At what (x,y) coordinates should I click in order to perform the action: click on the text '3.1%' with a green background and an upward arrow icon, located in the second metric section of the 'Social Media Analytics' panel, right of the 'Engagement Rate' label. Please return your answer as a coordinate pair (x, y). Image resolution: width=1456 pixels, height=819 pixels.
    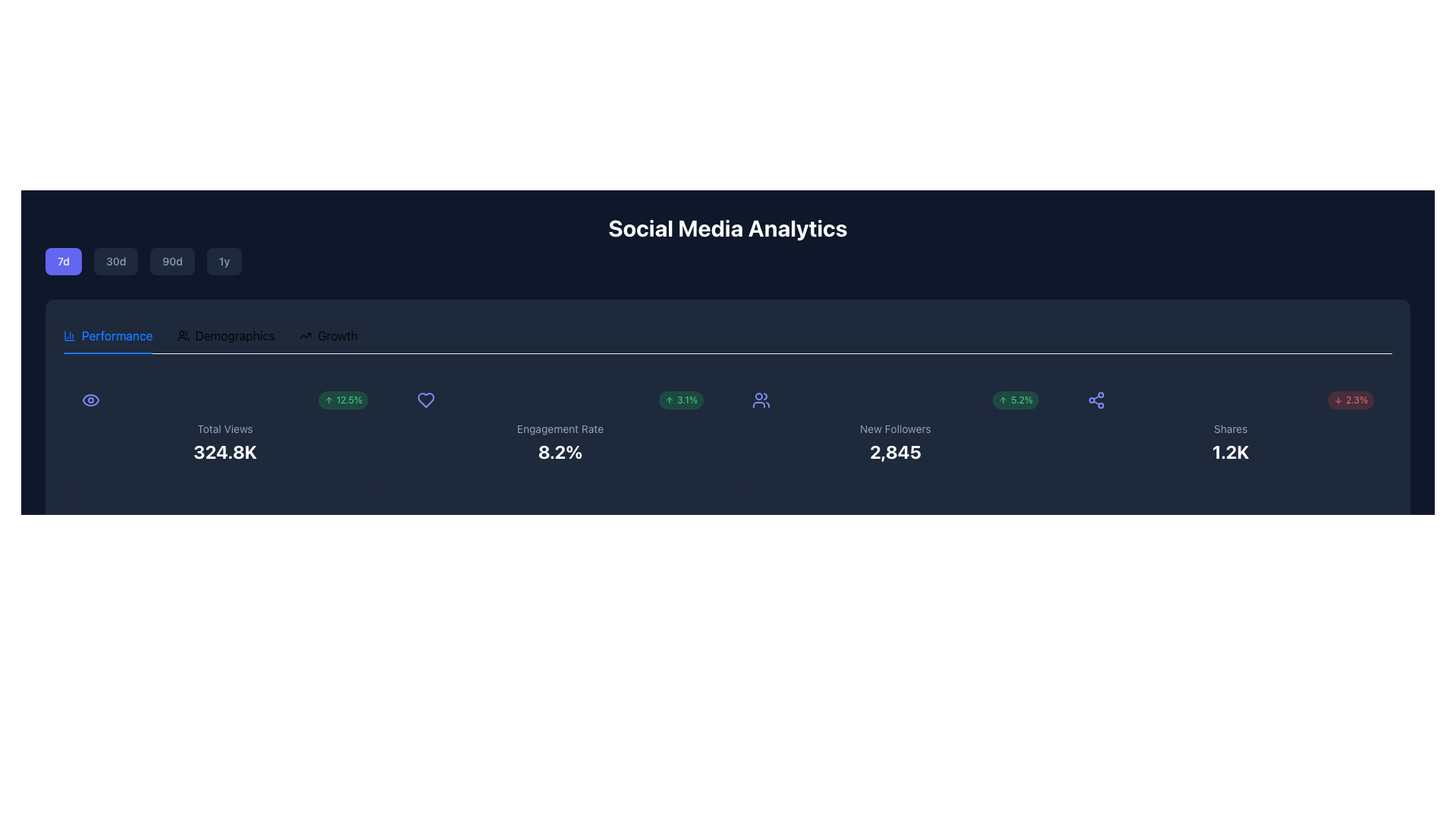
    Looking at the image, I should click on (680, 400).